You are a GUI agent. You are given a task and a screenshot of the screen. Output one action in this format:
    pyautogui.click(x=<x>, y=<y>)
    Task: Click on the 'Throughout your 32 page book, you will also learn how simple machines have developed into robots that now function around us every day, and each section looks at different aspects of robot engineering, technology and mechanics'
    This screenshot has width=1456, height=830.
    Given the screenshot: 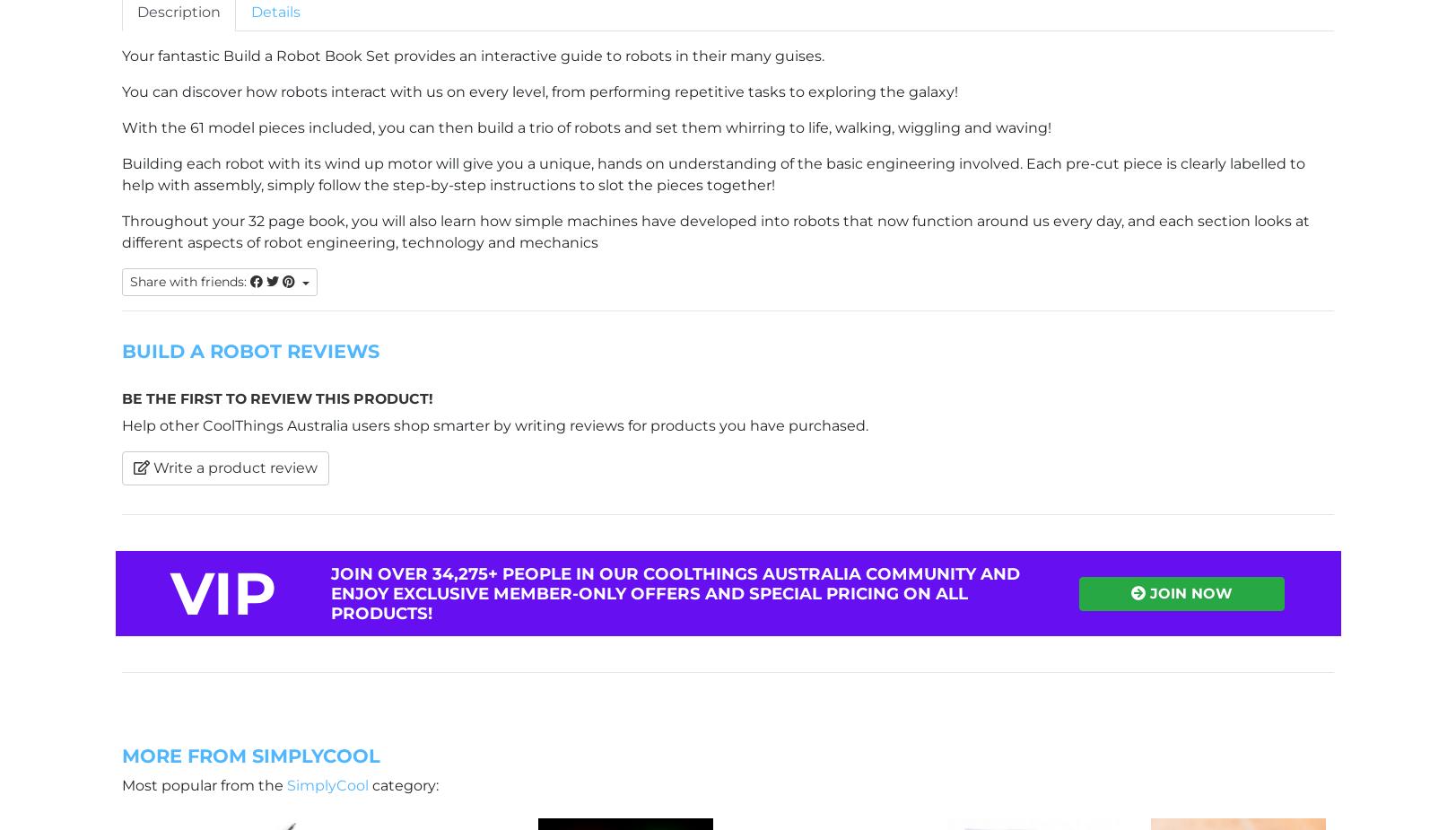 What is the action you would take?
    pyautogui.click(x=716, y=231)
    